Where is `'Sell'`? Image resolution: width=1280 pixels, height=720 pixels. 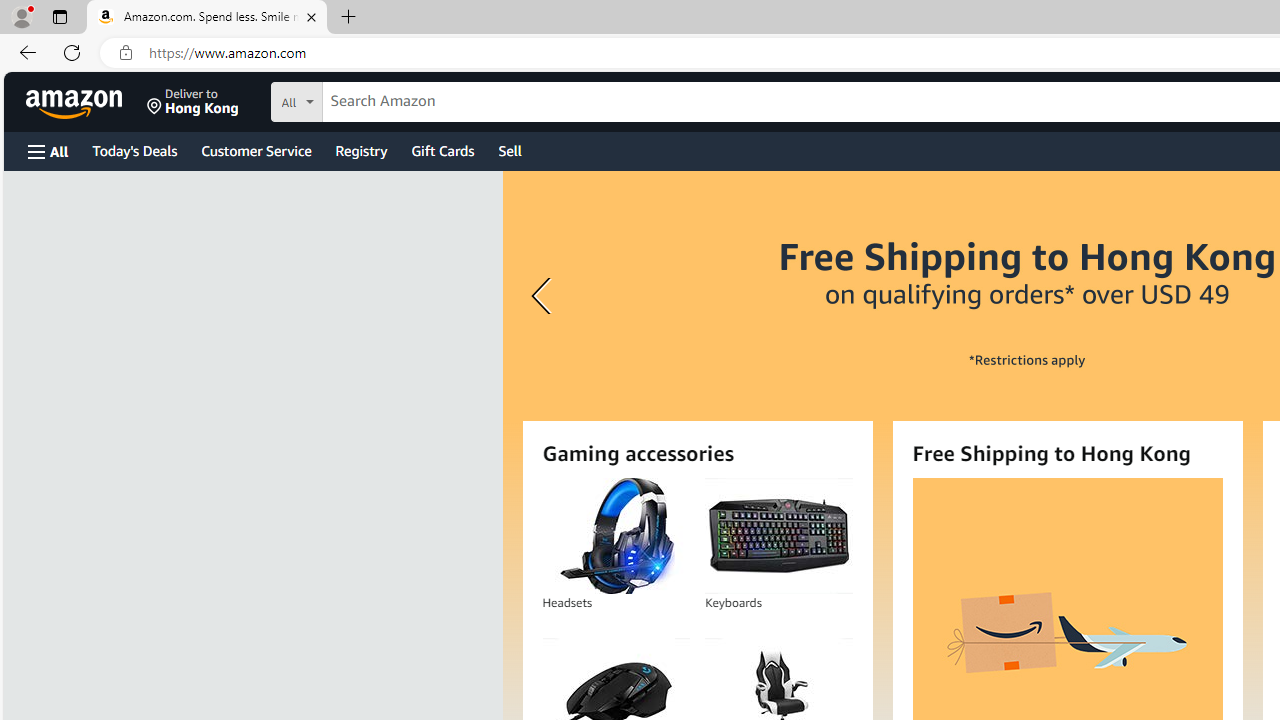
'Sell' is located at coordinates (510, 149).